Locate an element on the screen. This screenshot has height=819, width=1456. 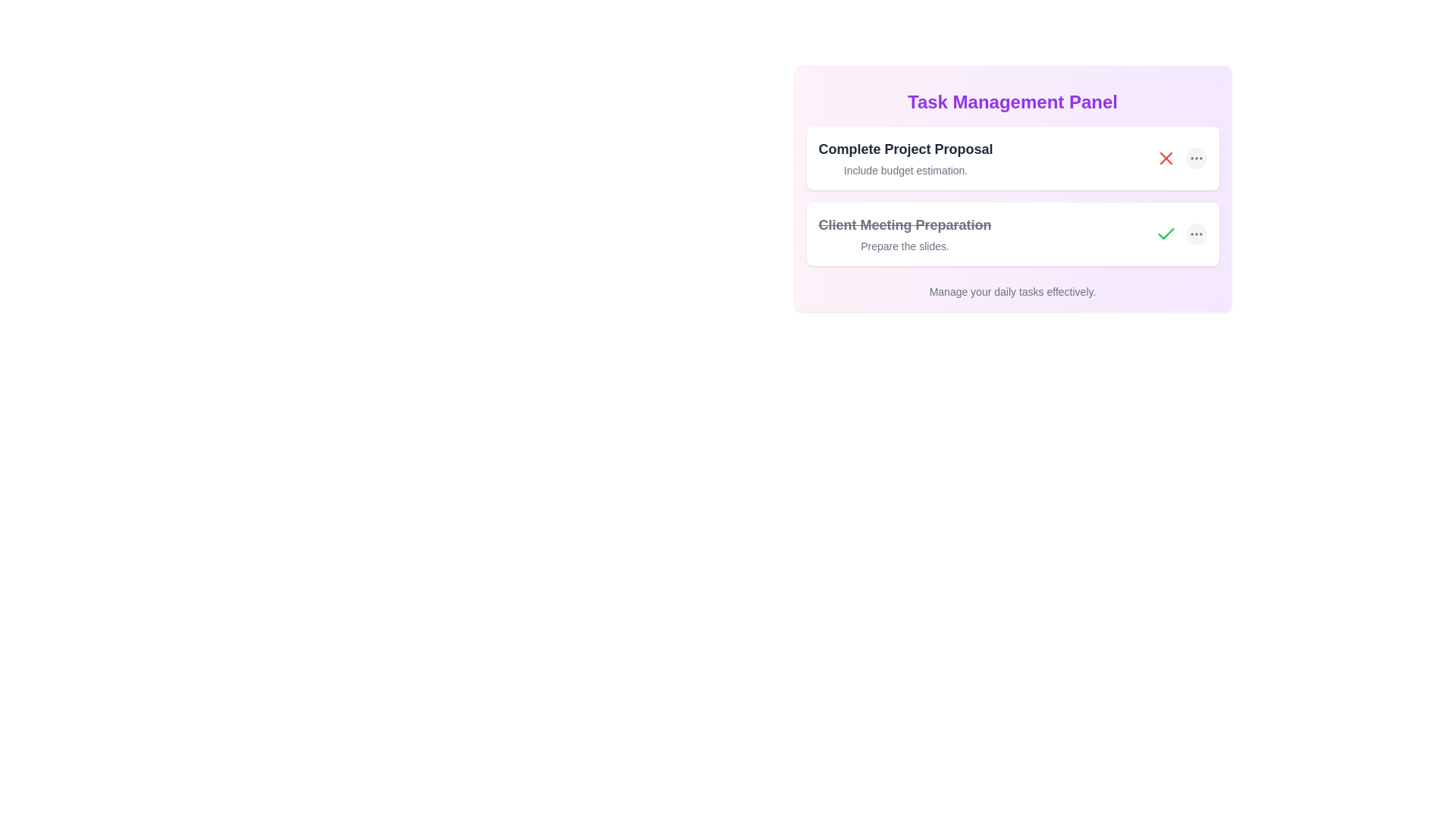
the delete icon button located in the upper portion of the Task Management Panel, to the right of the 'Complete Project Proposal' text block is located at coordinates (1165, 158).